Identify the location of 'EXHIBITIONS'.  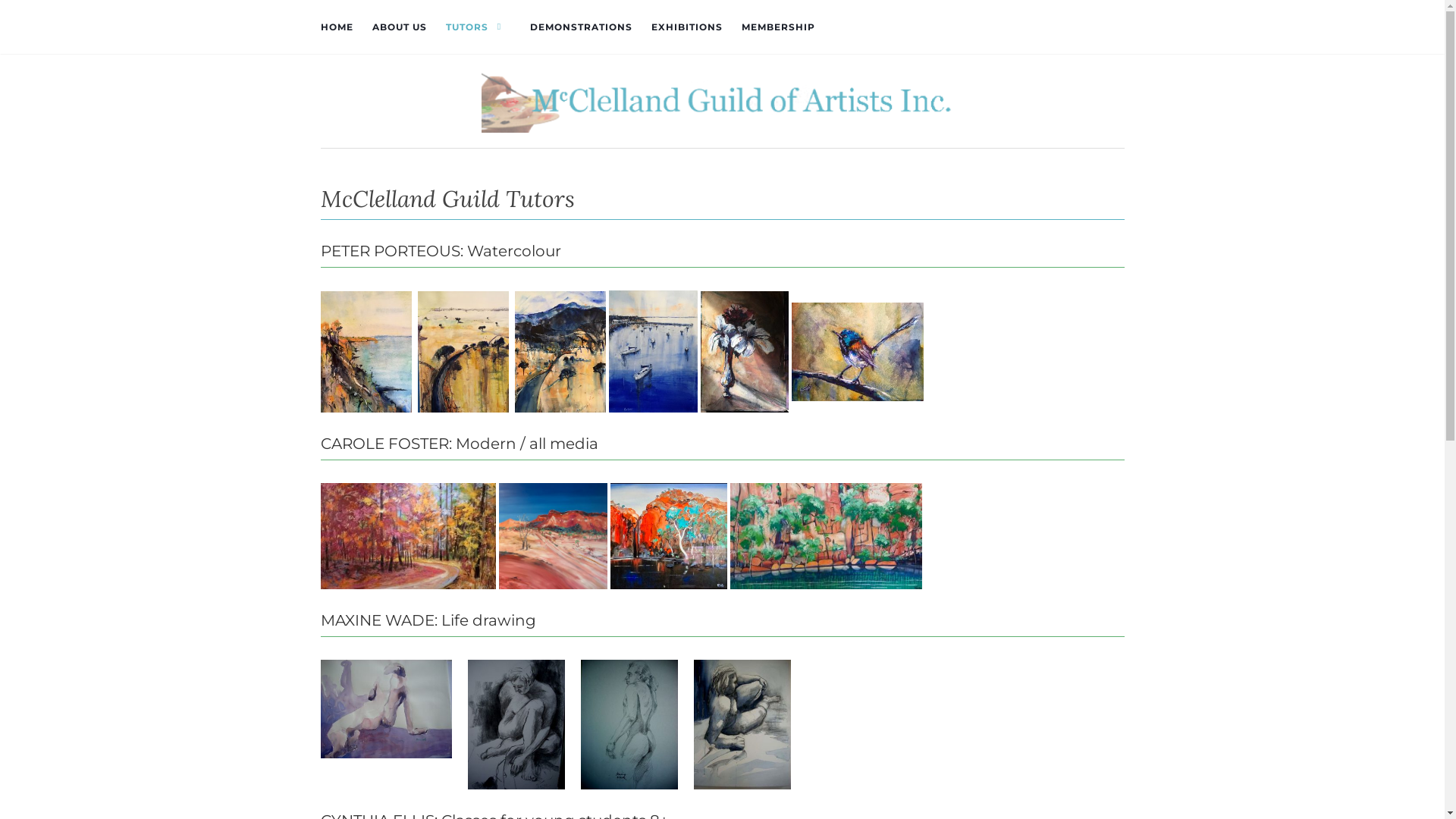
(686, 27).